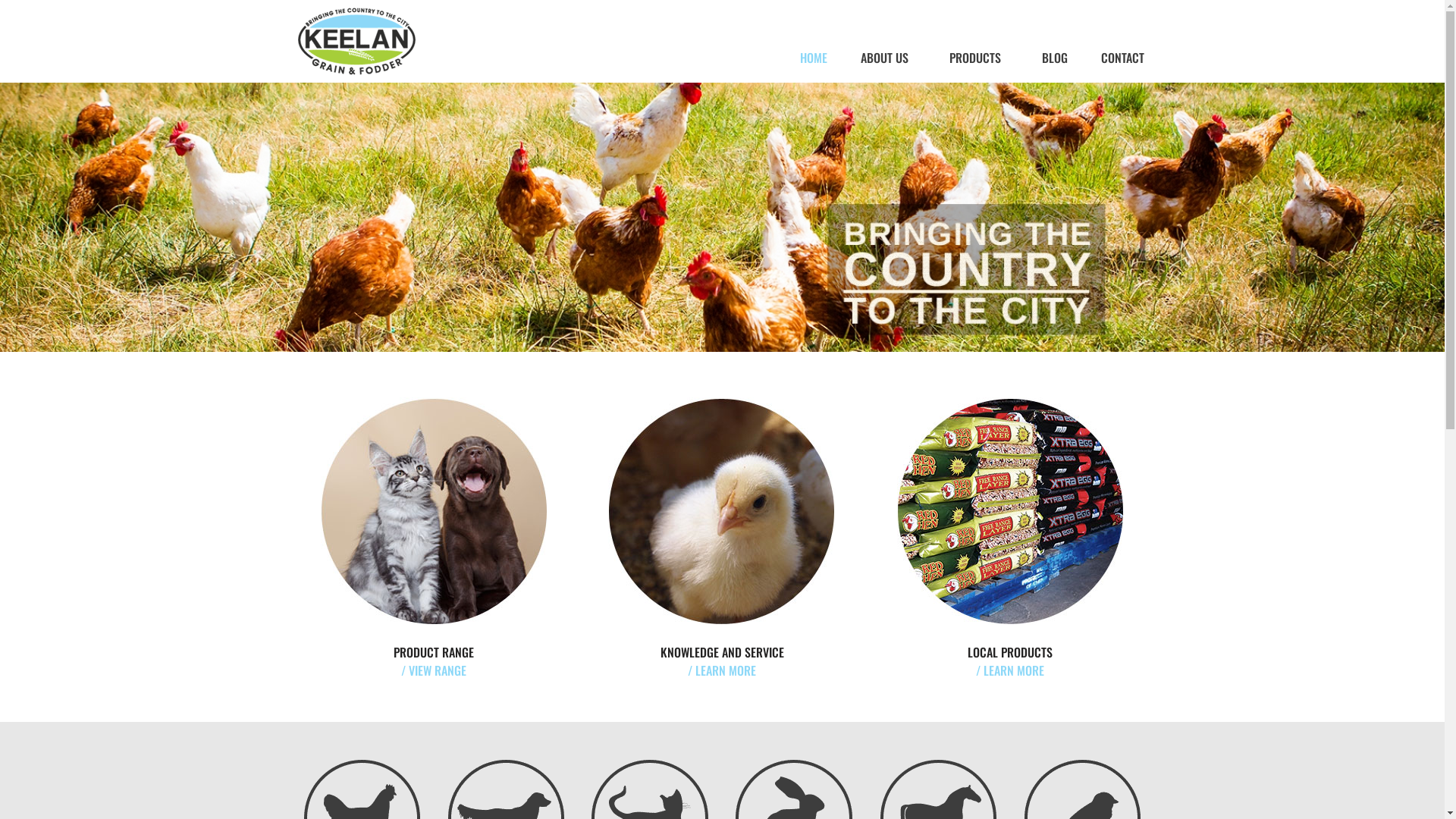 The height and width of the screenshot is (819, 1456). Describe the element at coordinates (979, 57) in the screenshot. I see `'PRODUCTS'` at that location.